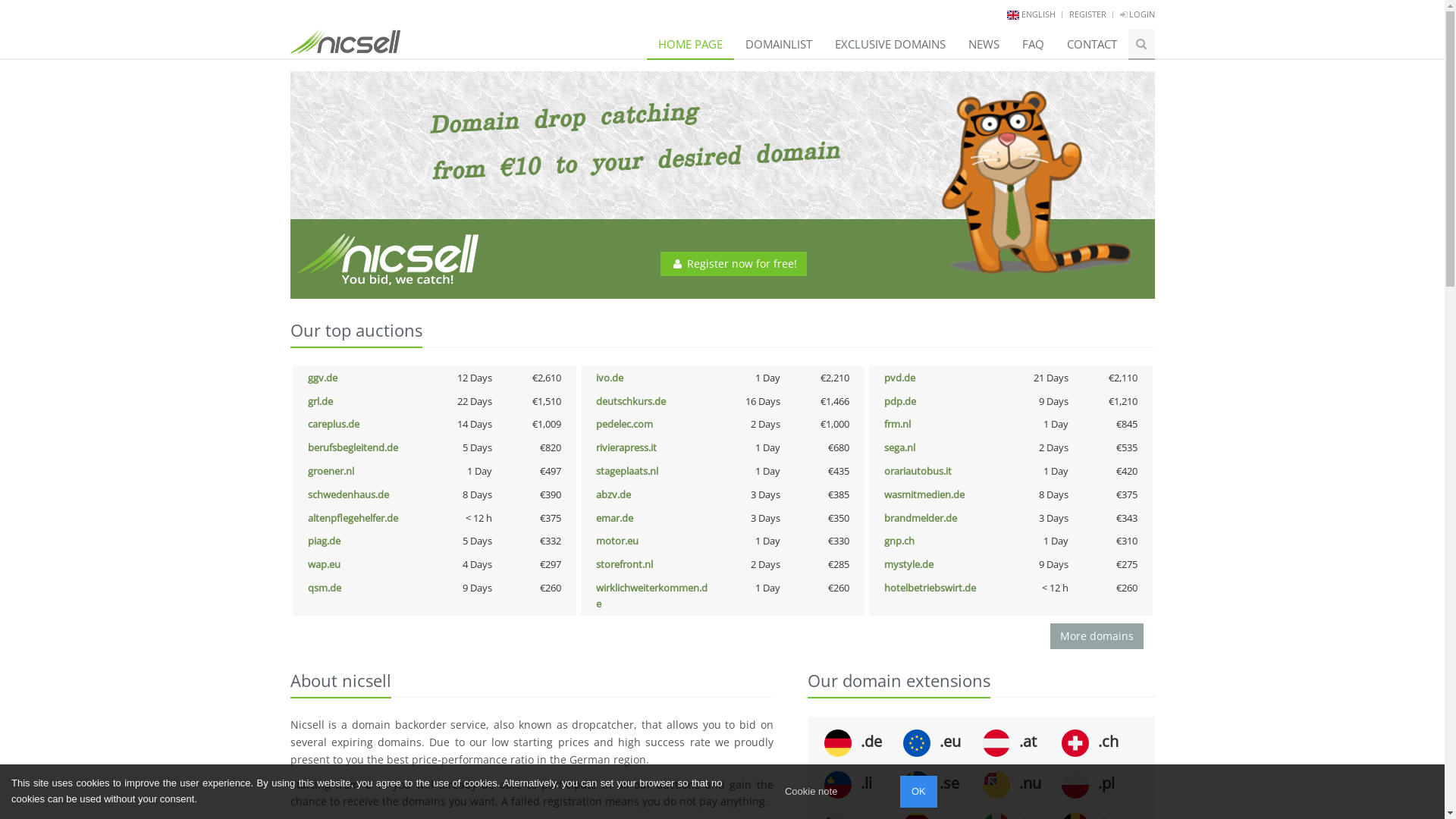 The width and height of the screenshot is (1456, 819). Describe the element at coordinates (1031, 43) in the screenshot. I see `'FAQ'` at that location.